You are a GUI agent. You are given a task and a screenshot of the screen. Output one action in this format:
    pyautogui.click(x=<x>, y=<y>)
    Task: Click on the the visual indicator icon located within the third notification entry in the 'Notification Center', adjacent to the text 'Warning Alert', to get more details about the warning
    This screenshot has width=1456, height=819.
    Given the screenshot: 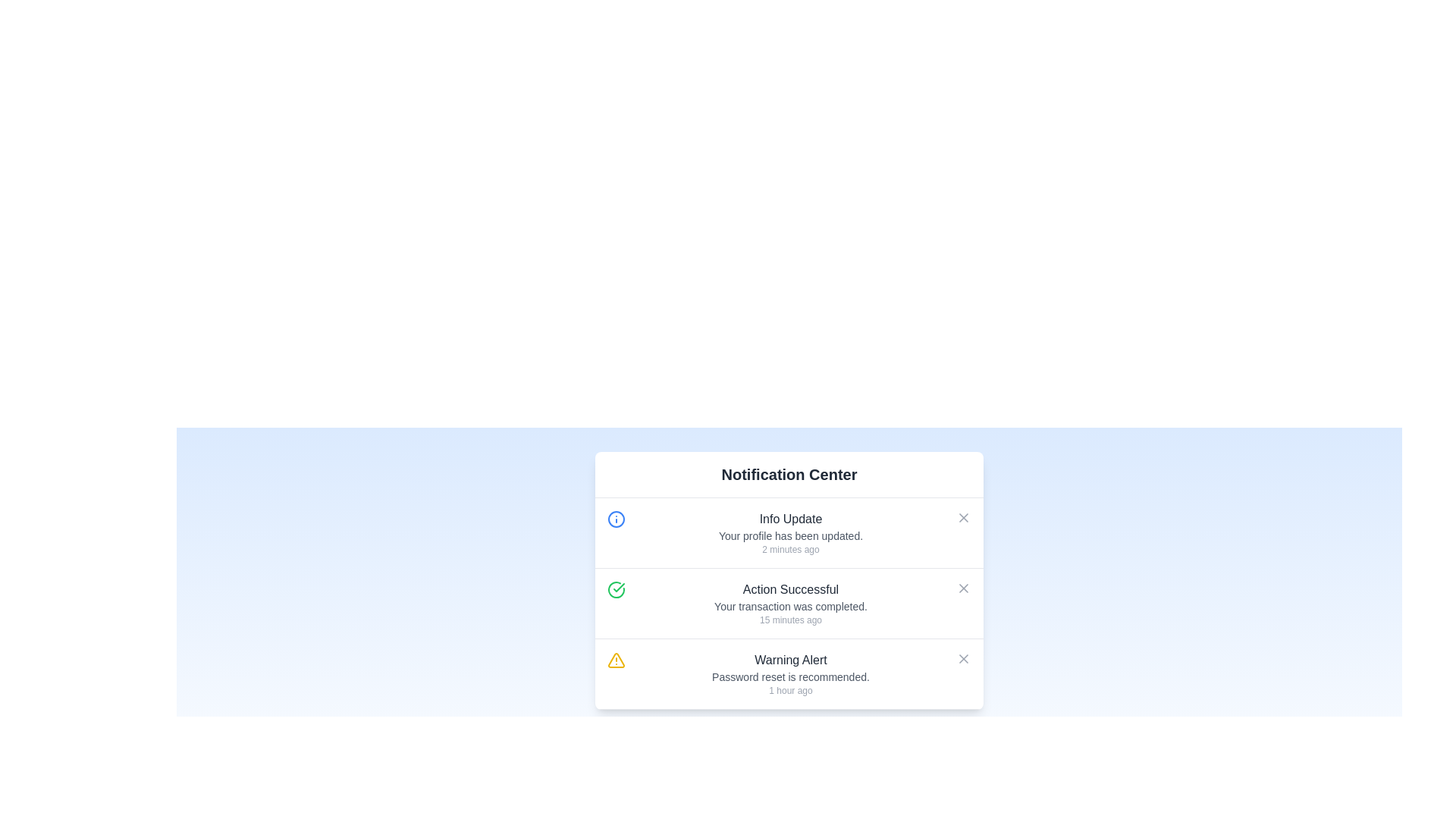 What is the action you would take?
    pyautogui.click(x=616, y=660)
    